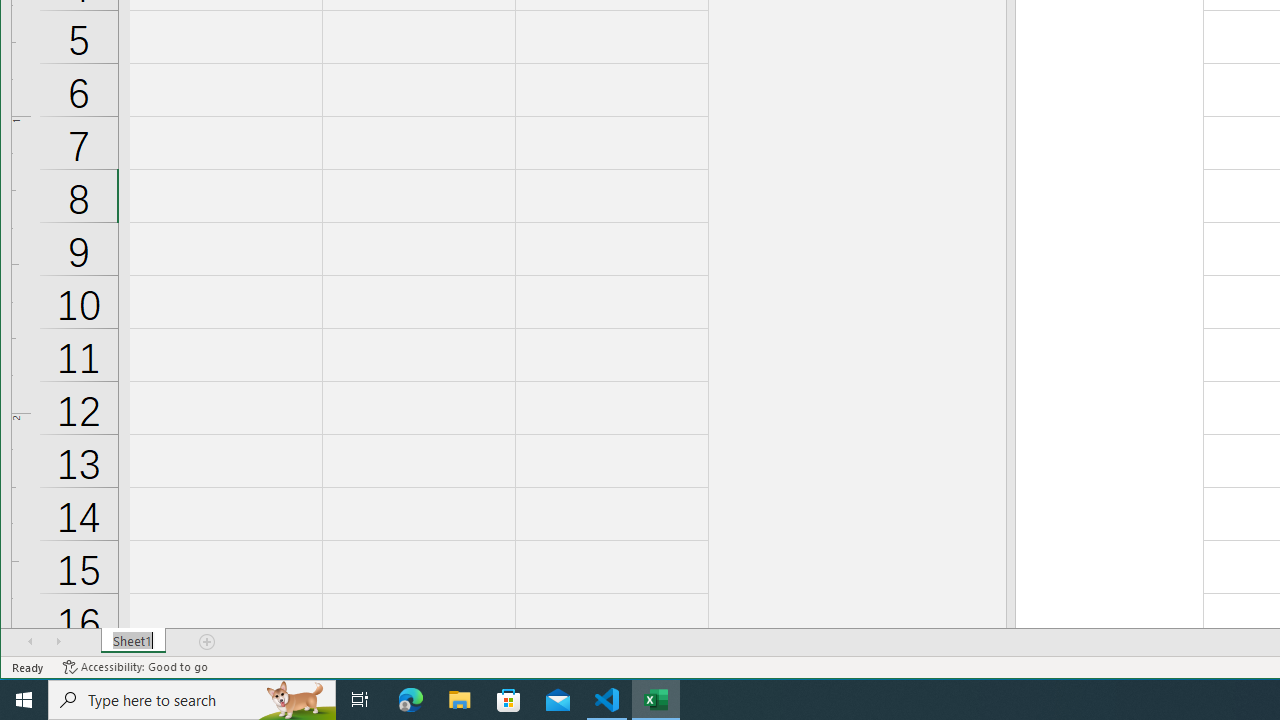 The height and width of the screenshot is (720, 1280). I want to click on 'Visual Studio Code - 1 running window', so click(606, 698).